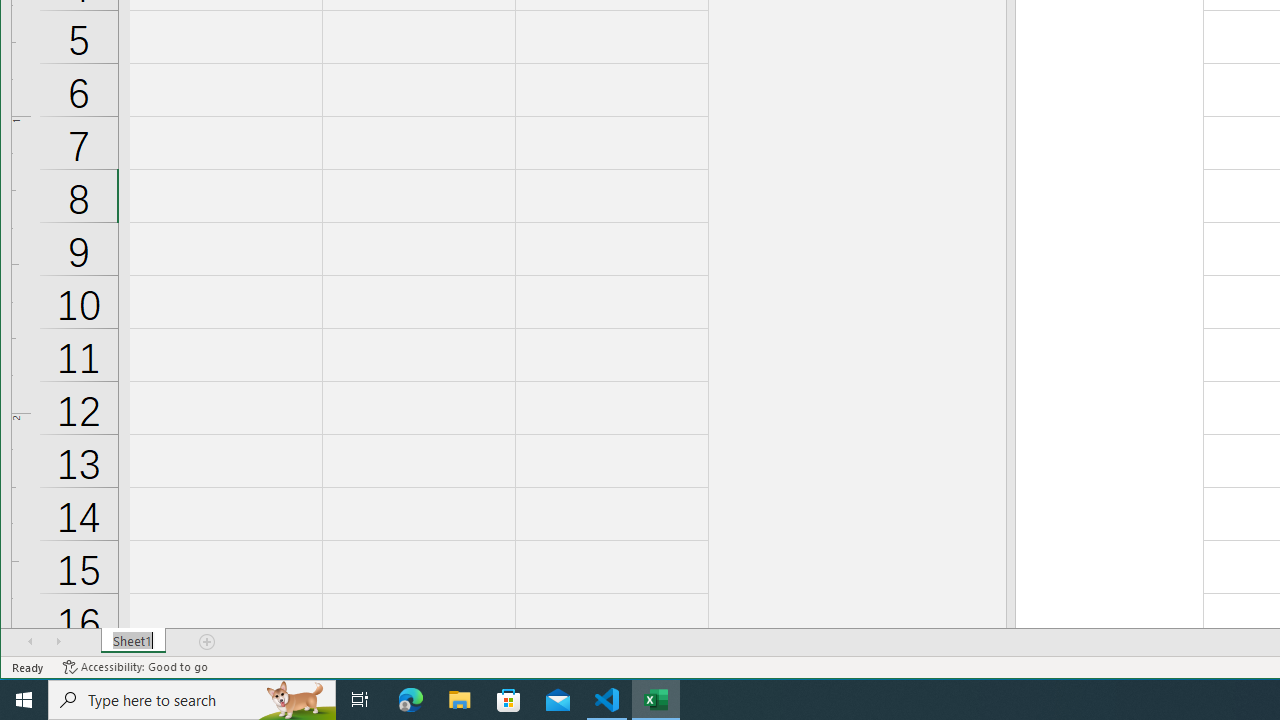 The height and width of the screenshot is (720, 1280). I want to click on 'Visual Studio Code - 1 running window', so click(606, 698).